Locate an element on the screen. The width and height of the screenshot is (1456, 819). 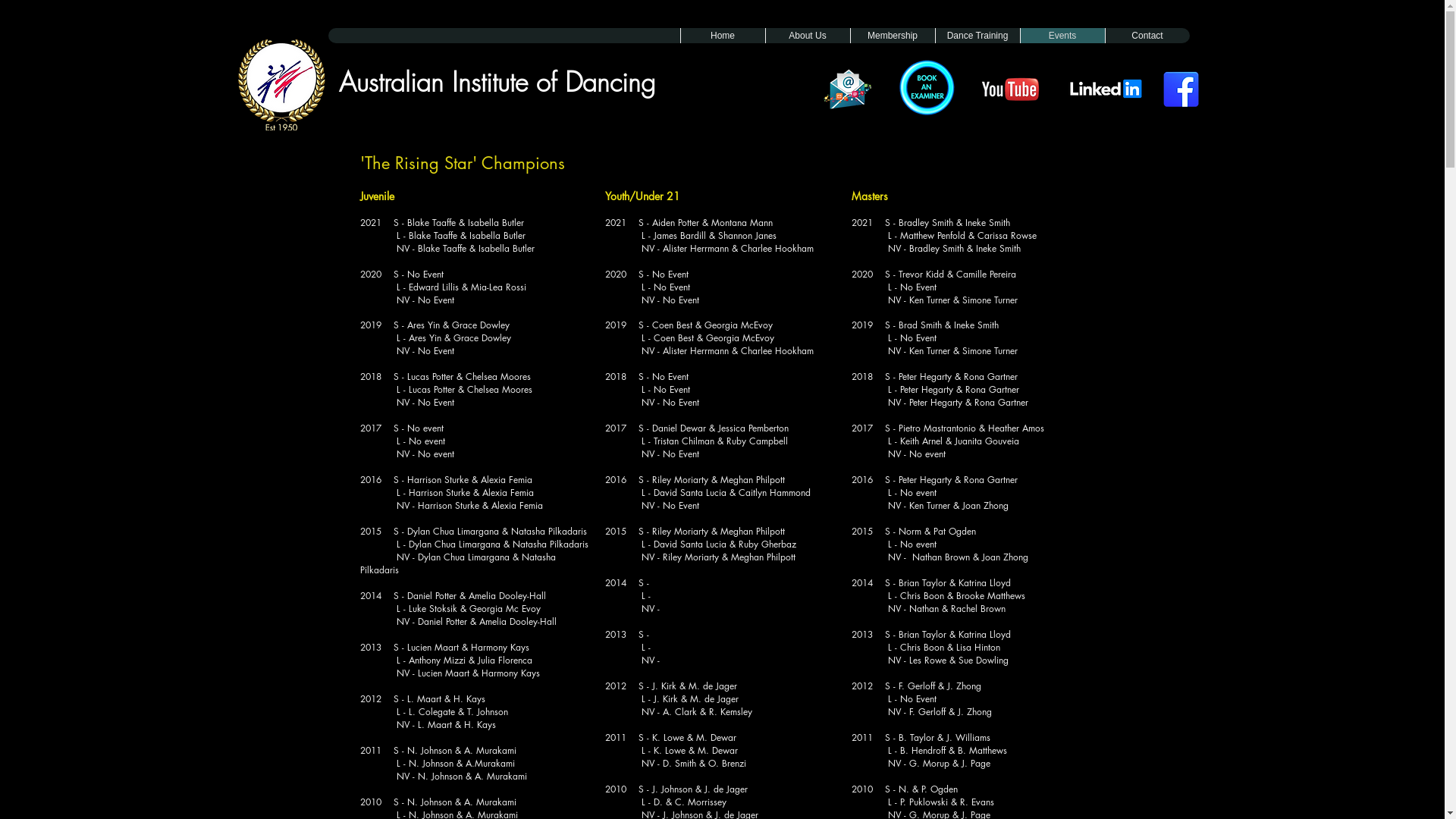
'Events' is located at coordinates (1061, 34).